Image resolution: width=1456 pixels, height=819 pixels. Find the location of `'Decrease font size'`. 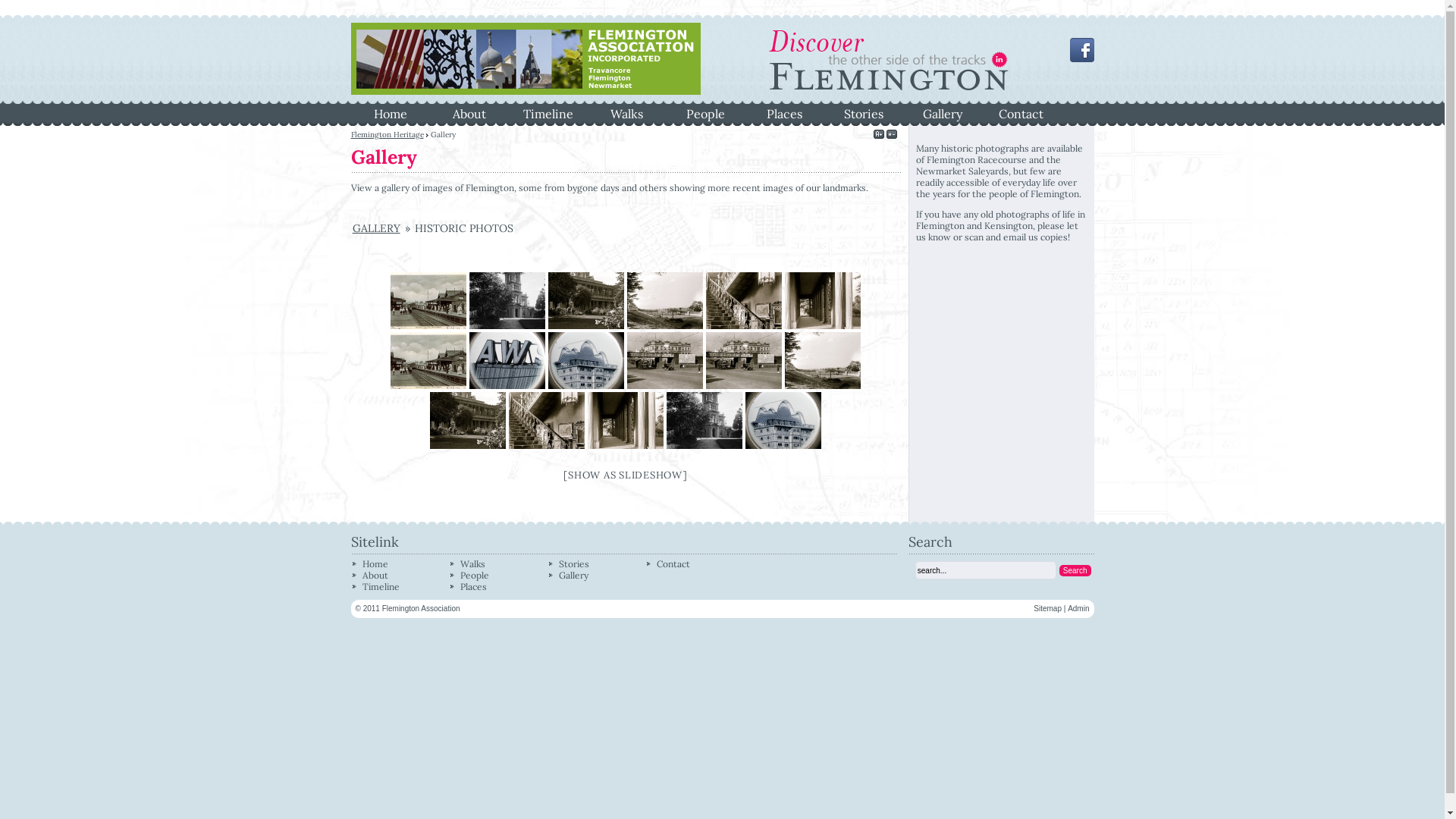

'Decrease font size' is located at coordinates (891, 134).